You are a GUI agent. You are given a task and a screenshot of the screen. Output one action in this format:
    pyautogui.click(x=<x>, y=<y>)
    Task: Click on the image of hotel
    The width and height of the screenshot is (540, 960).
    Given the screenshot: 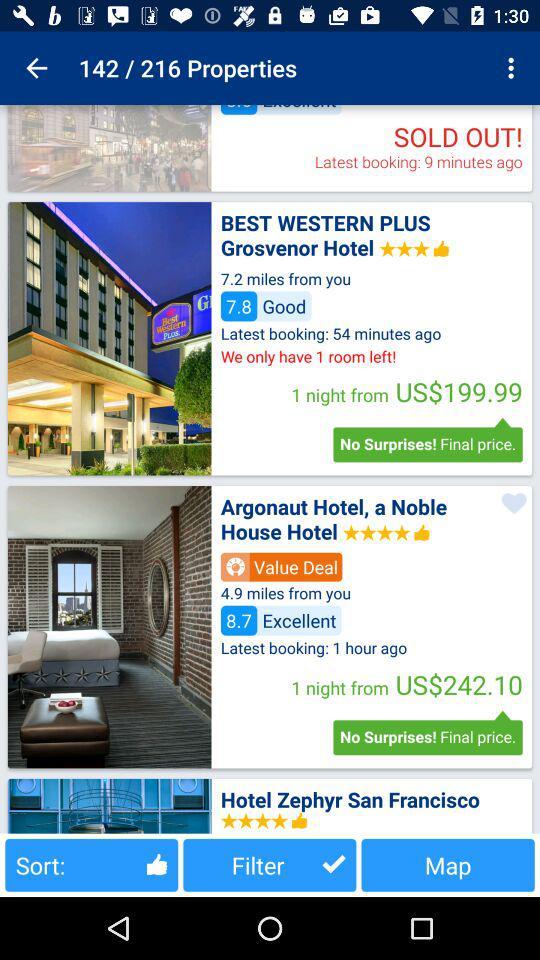 What is the action you would take?
    pyautogui.click(x=109, y=147)
    